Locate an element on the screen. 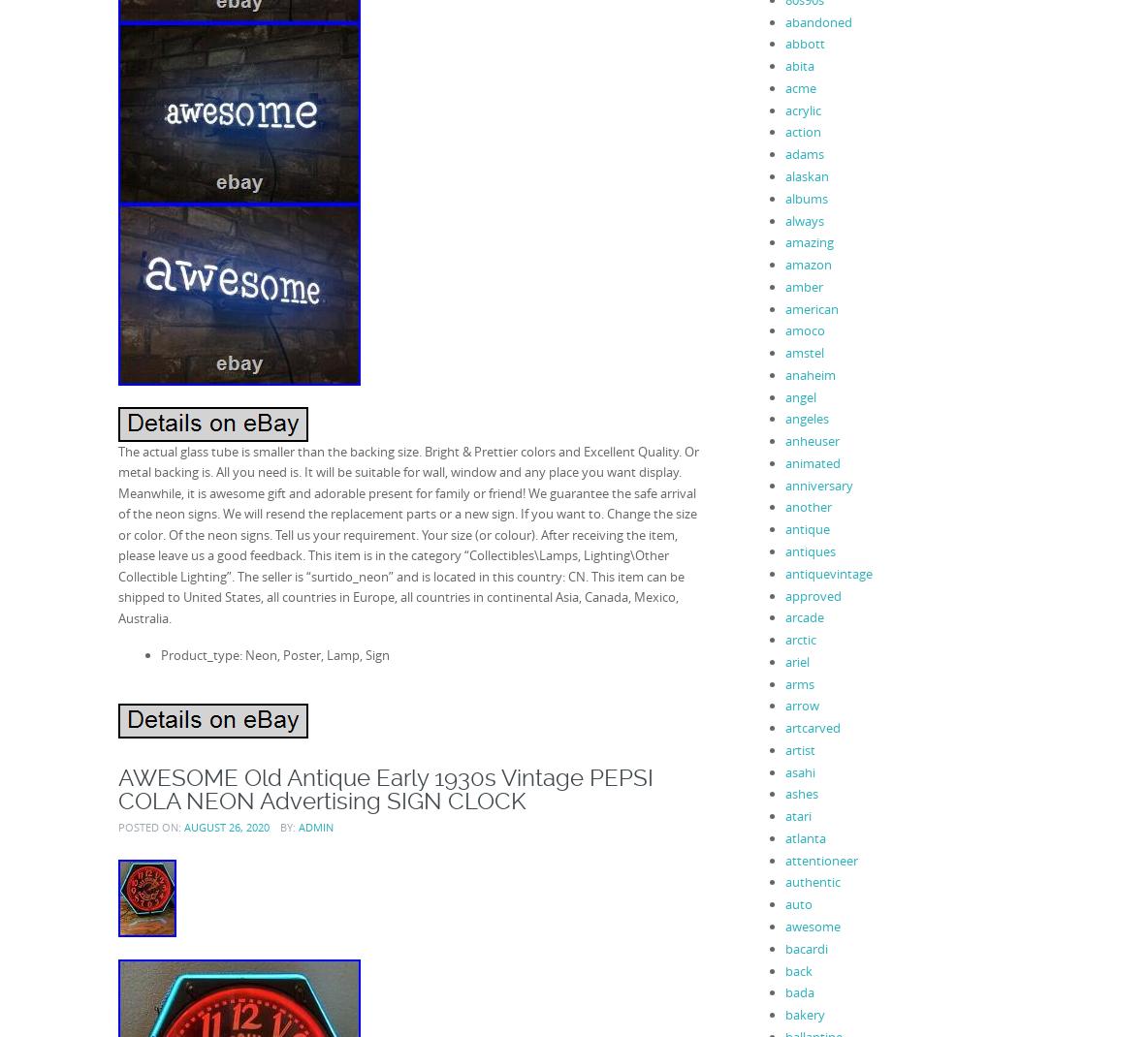 The height and width of the screenshot is (1037, 1148). 'angel' is located at coordinates (800, 394).